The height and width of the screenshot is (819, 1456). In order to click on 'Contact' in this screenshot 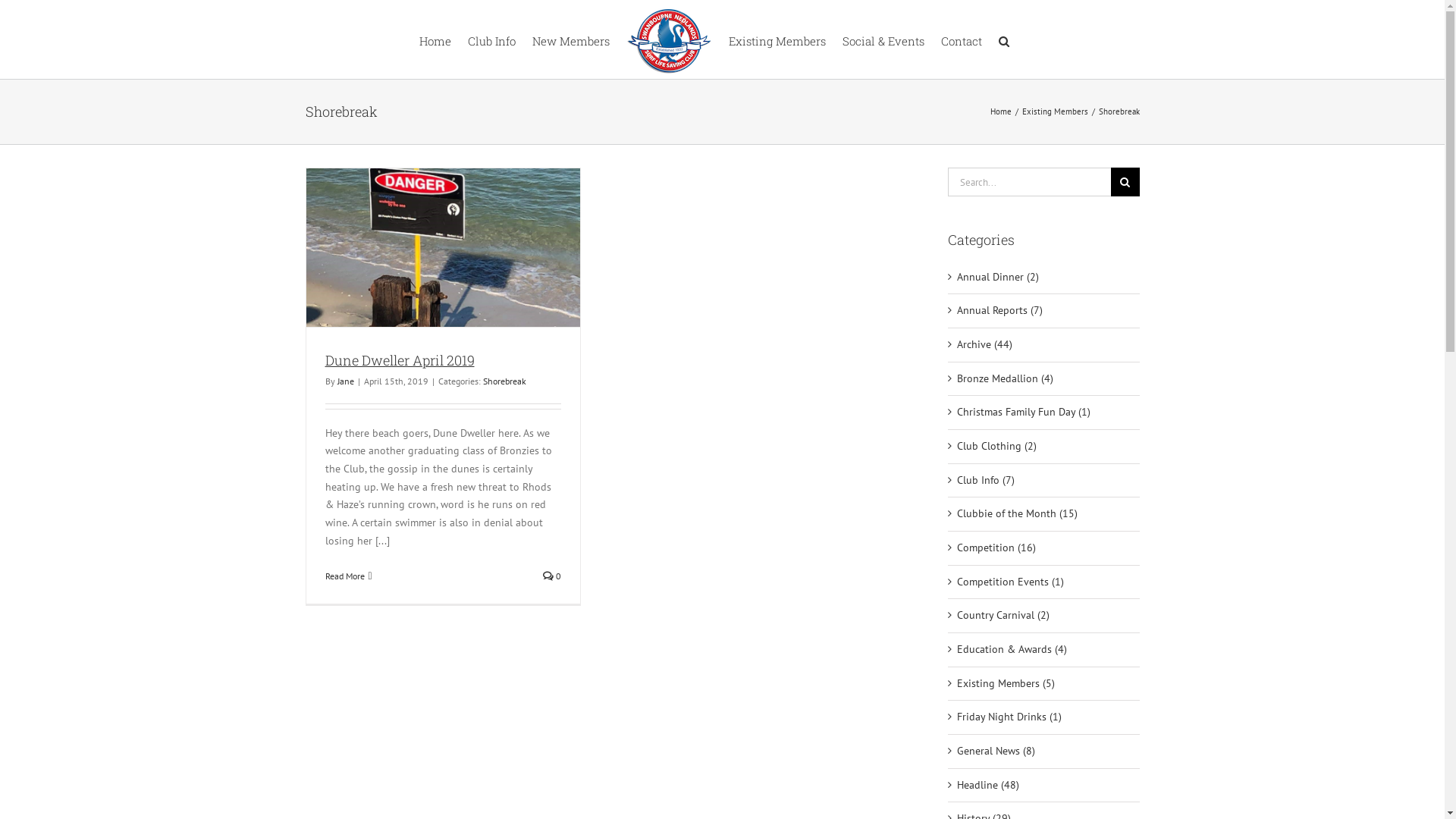, I will do `click(960, 38)`.